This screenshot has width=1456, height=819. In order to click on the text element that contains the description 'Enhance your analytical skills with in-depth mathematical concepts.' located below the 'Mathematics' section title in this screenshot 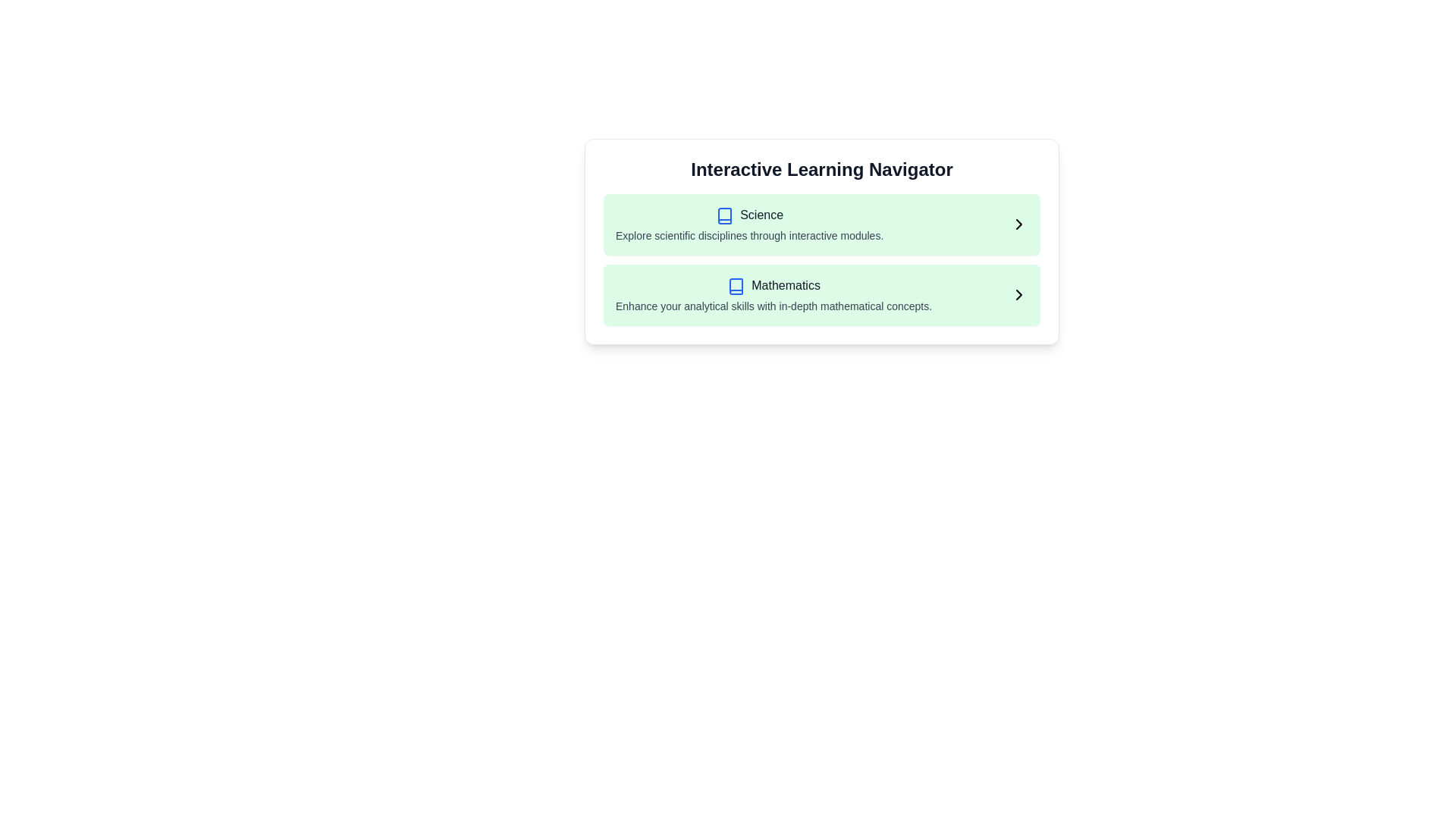, I will do `click(773, 306)`.